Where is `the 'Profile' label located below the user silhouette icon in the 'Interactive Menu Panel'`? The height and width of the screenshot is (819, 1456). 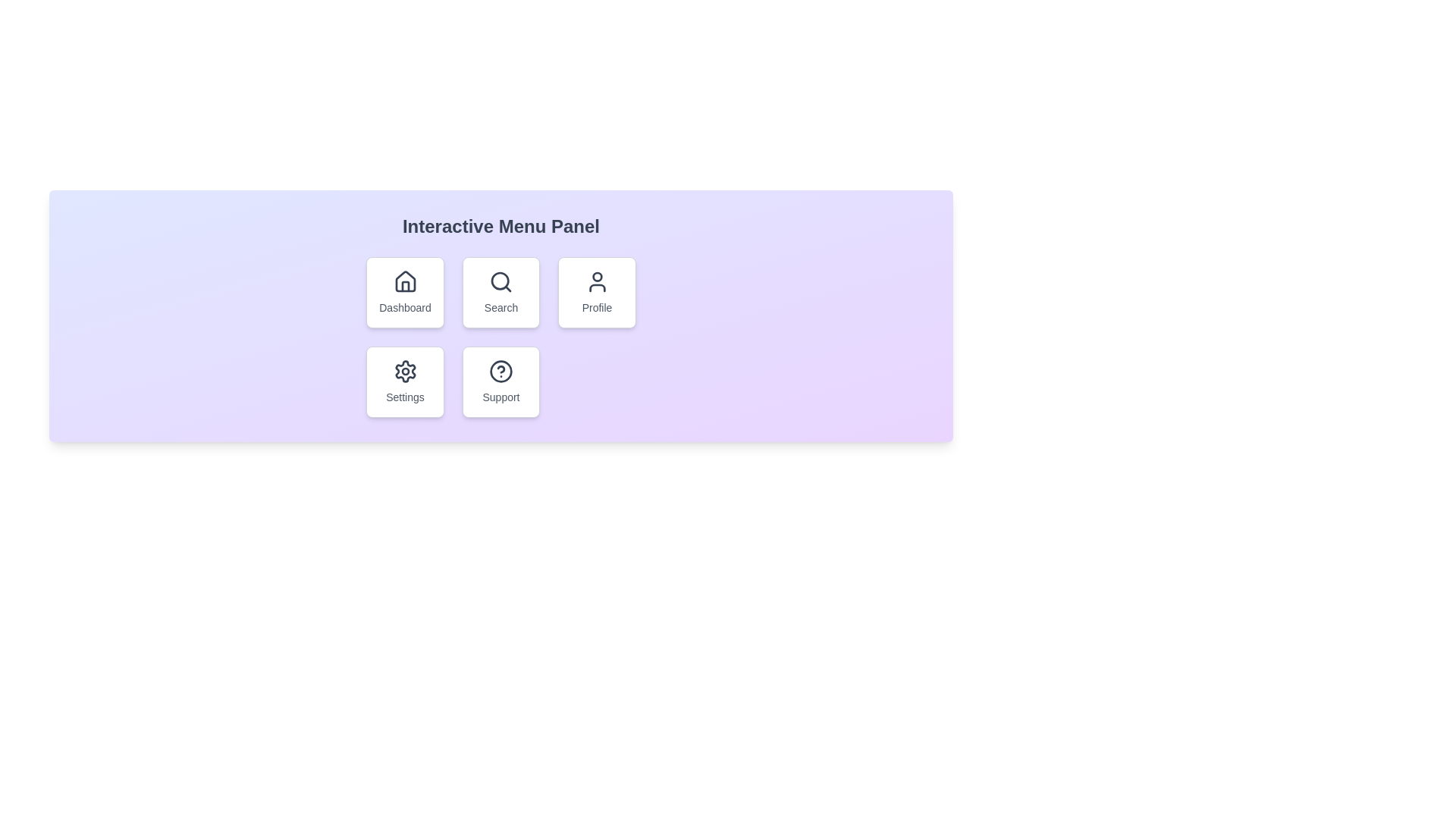 the 'Profile' label located below the user silhouette icon in the 'Interactive Menu Panel' is located at coordinates (596, 307).